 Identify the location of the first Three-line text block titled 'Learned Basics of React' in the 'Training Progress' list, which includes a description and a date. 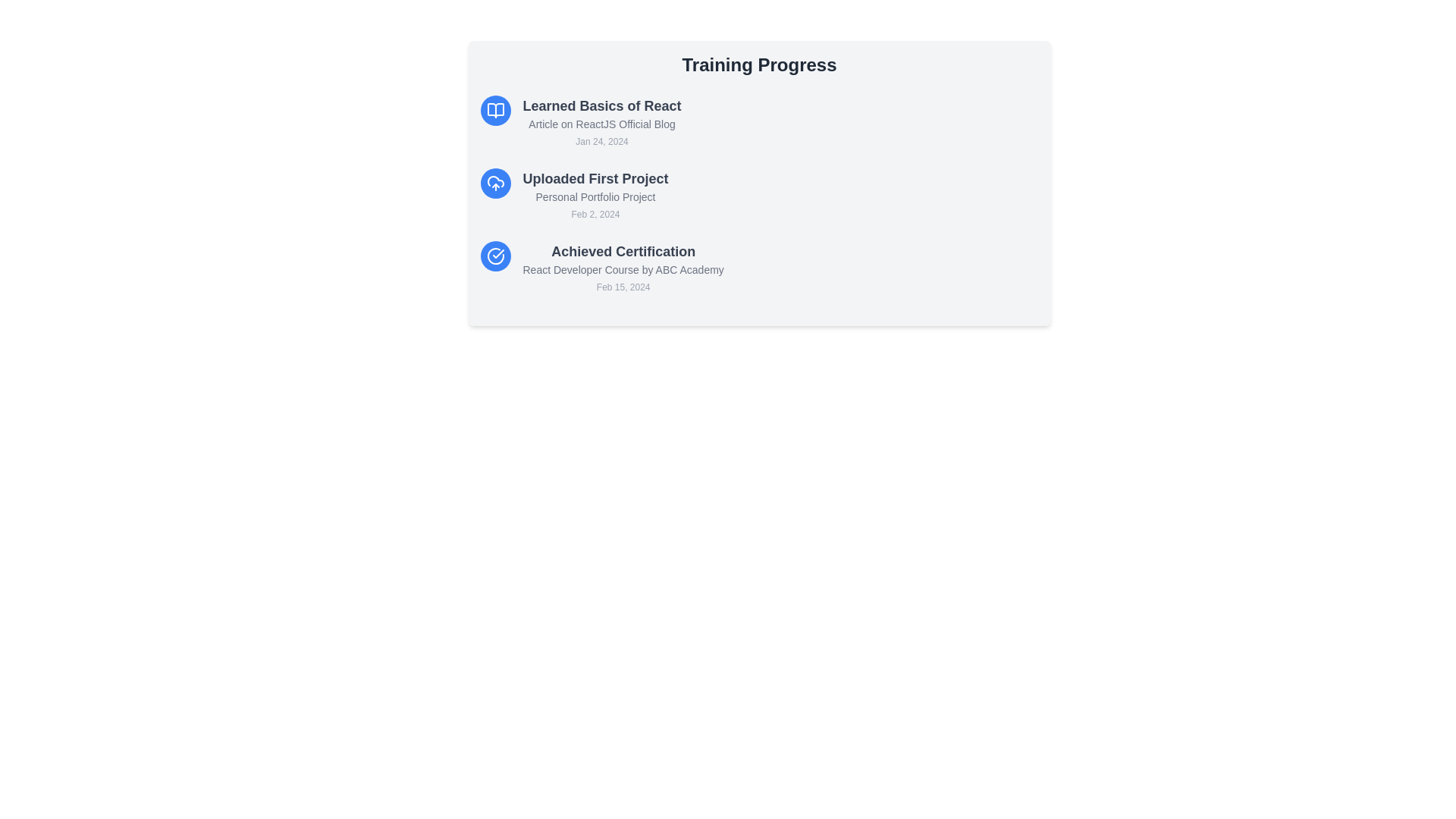
(601, 122).